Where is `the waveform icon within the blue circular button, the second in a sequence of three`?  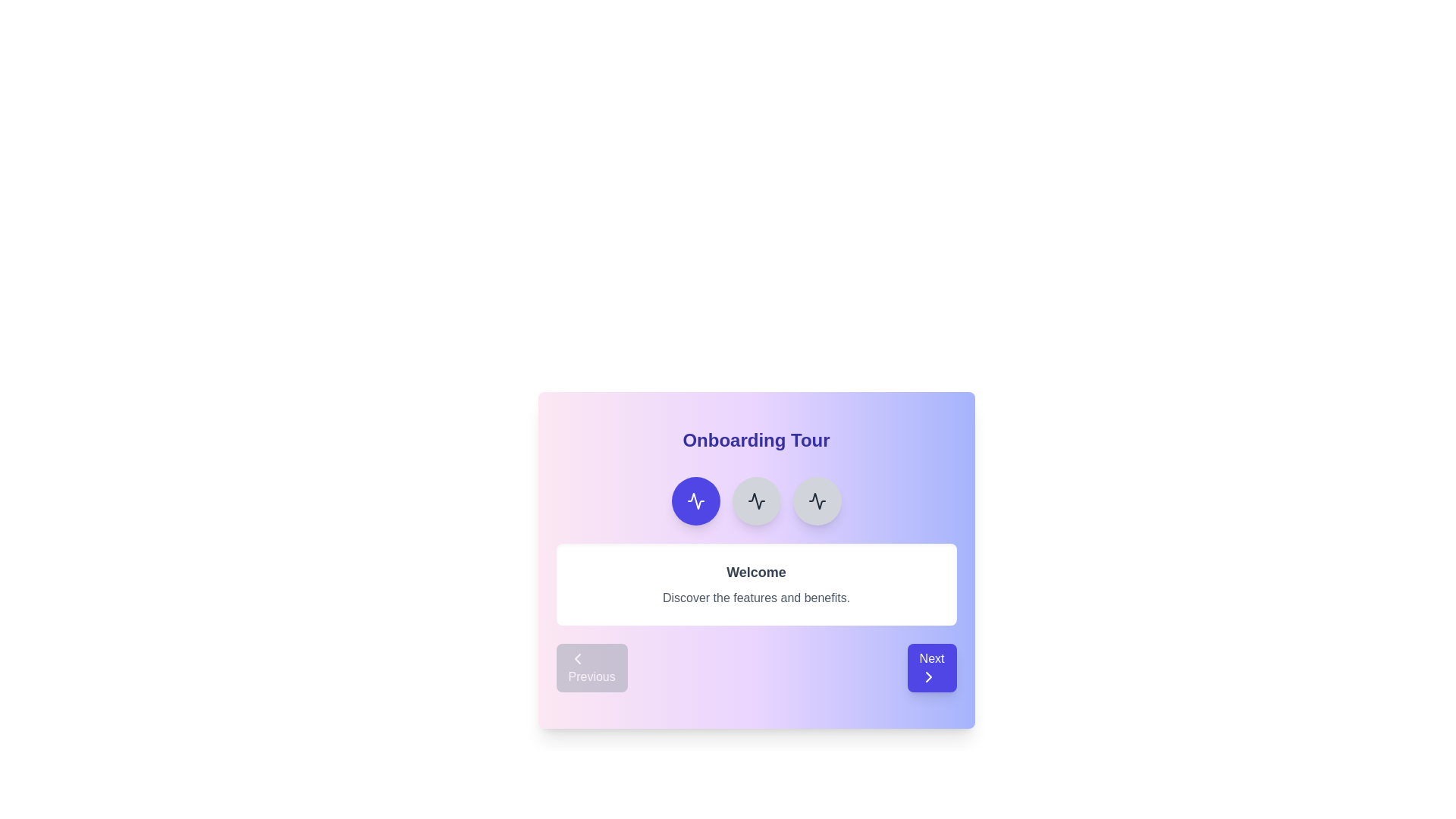
the waveform icon within the blue circular button, the second in a sequence of three is located at coordinates (695, 500).